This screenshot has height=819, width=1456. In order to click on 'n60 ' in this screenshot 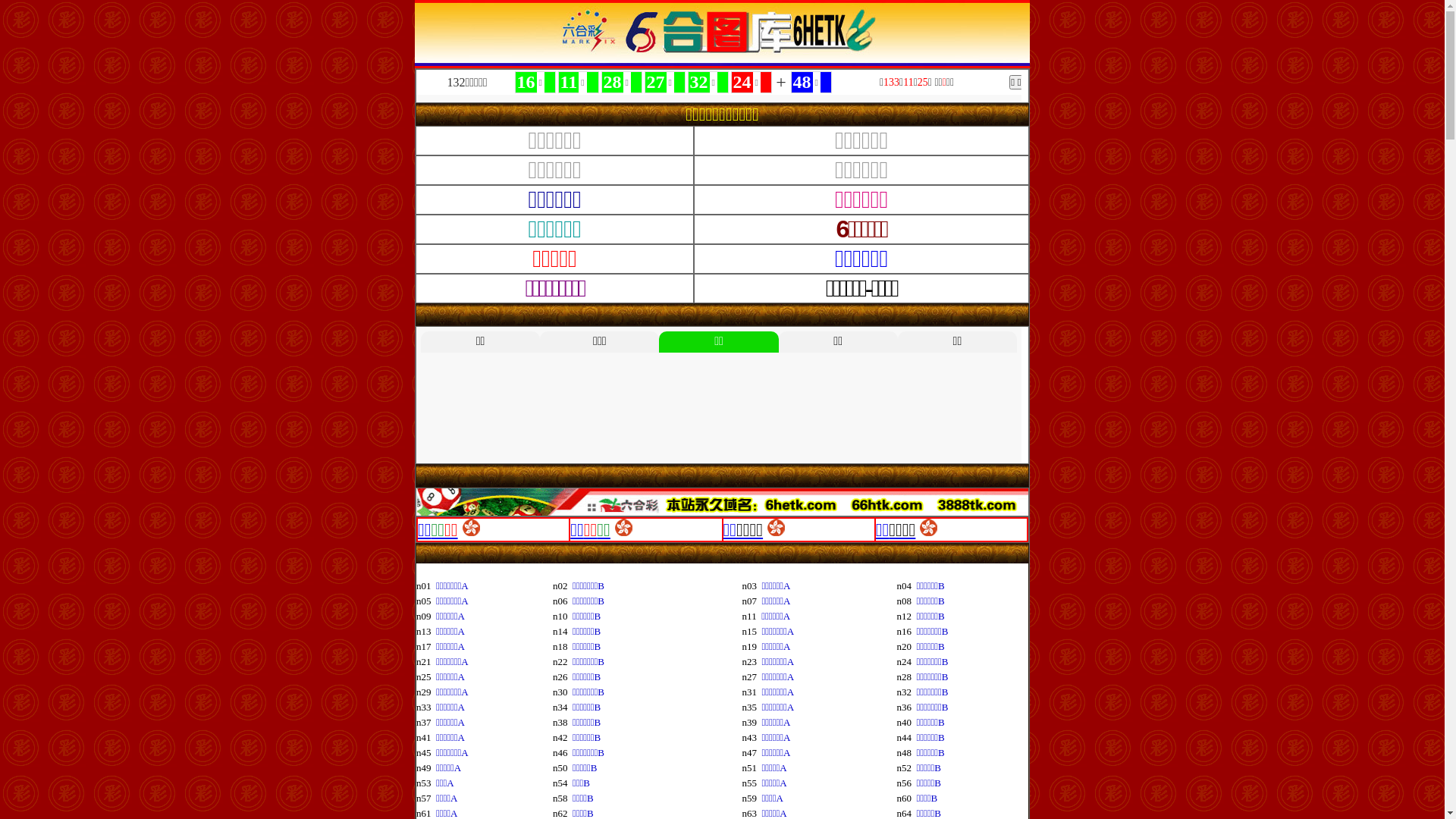, I will do `click(906, 797)`.